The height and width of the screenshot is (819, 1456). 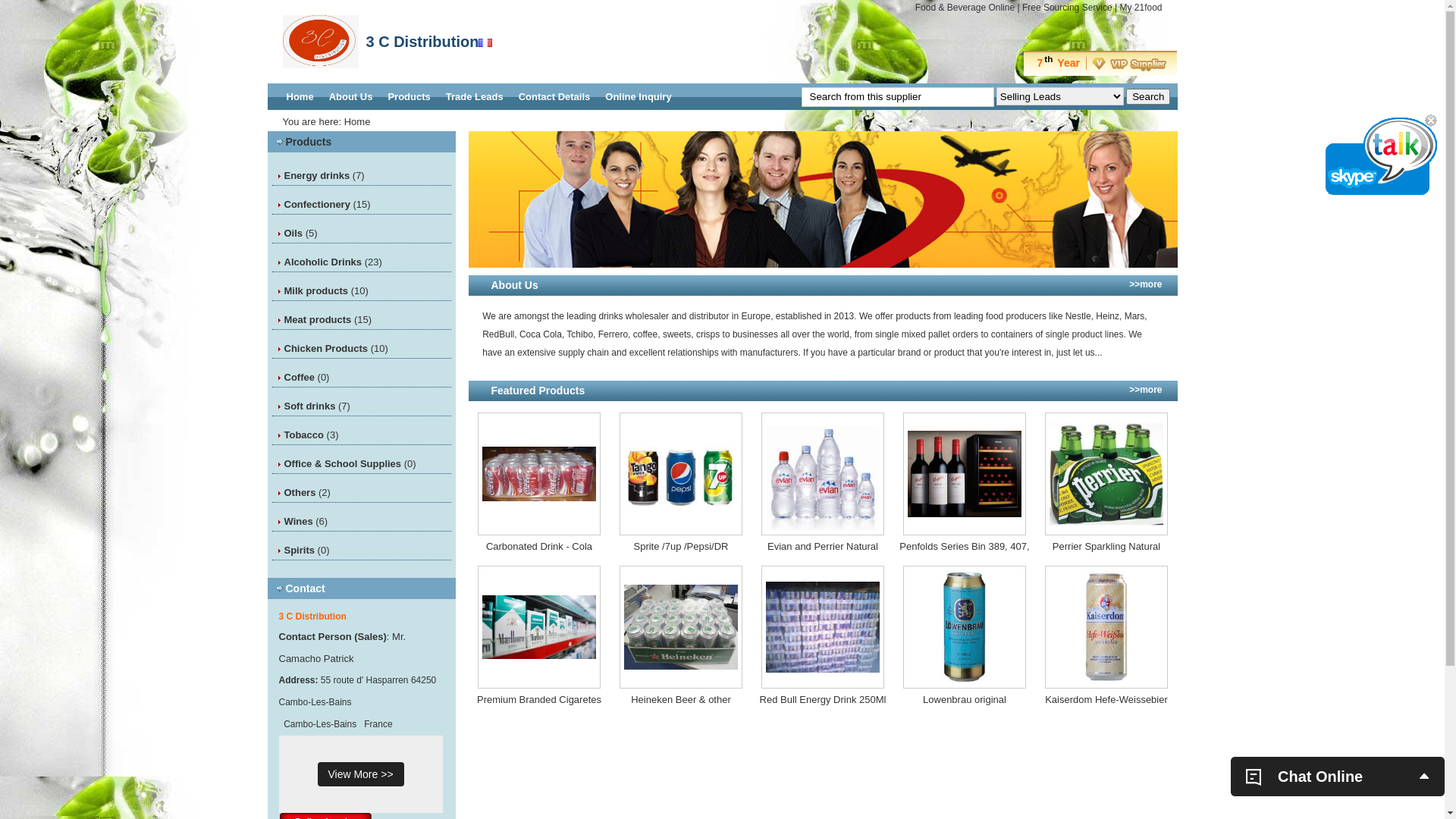 I want to click on 'Online Inquiry', so click(x=638, y=96).